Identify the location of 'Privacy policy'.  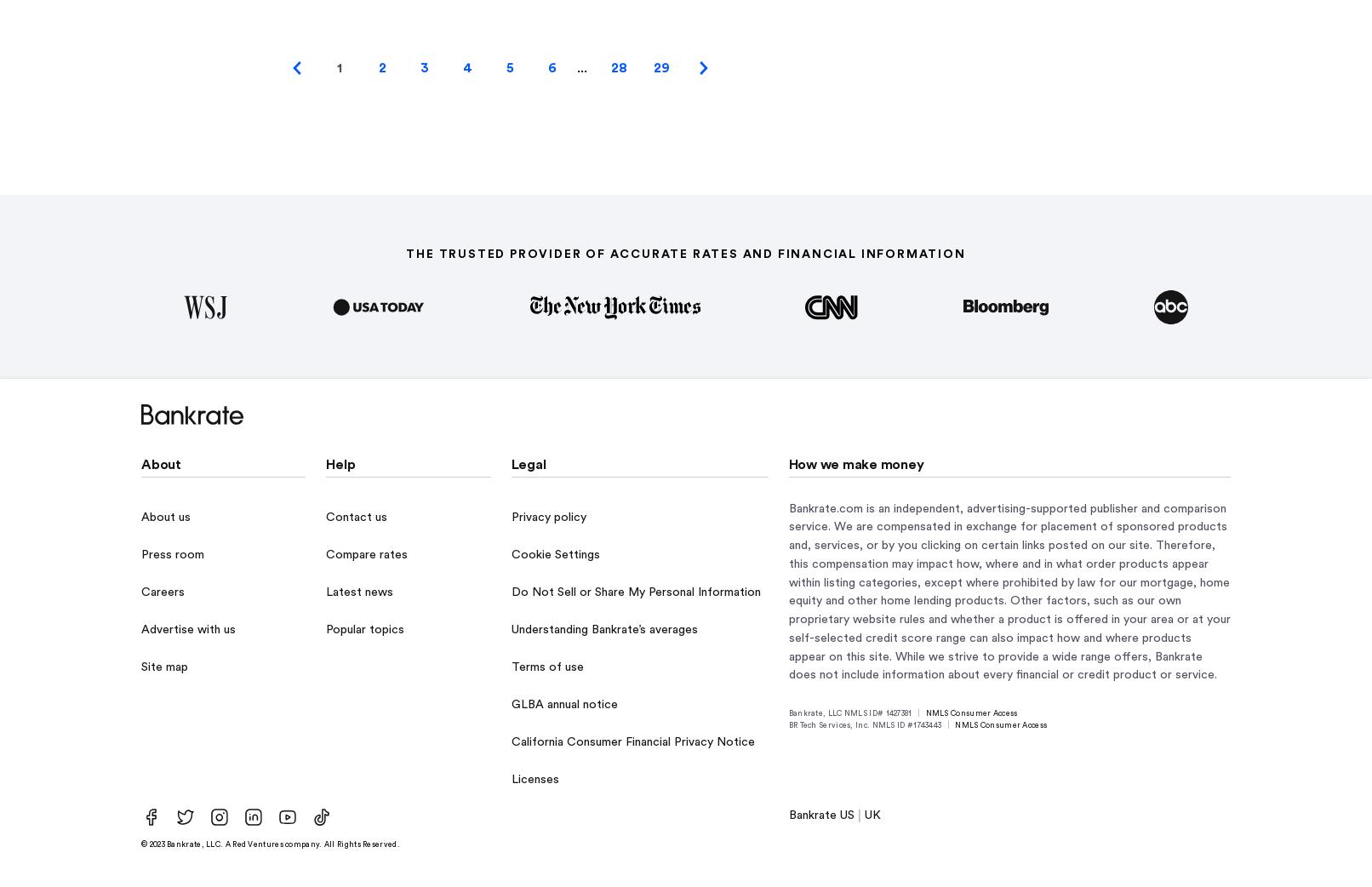
(510, 517).